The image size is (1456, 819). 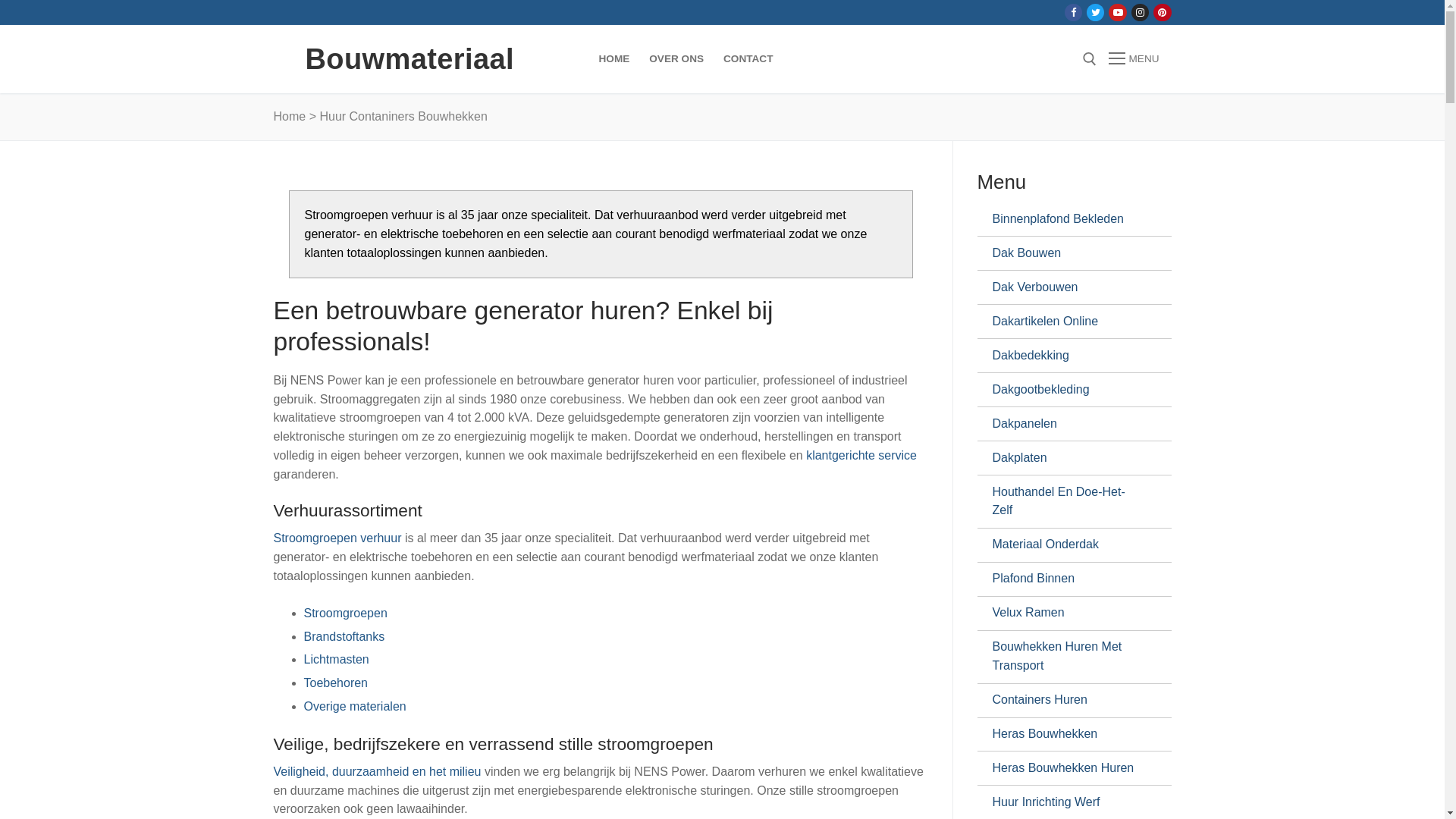 What do you see at coordinates (1066, 457) in the screenshot?
I see `'Dakplaten'` at bounding box center [1066, 457].